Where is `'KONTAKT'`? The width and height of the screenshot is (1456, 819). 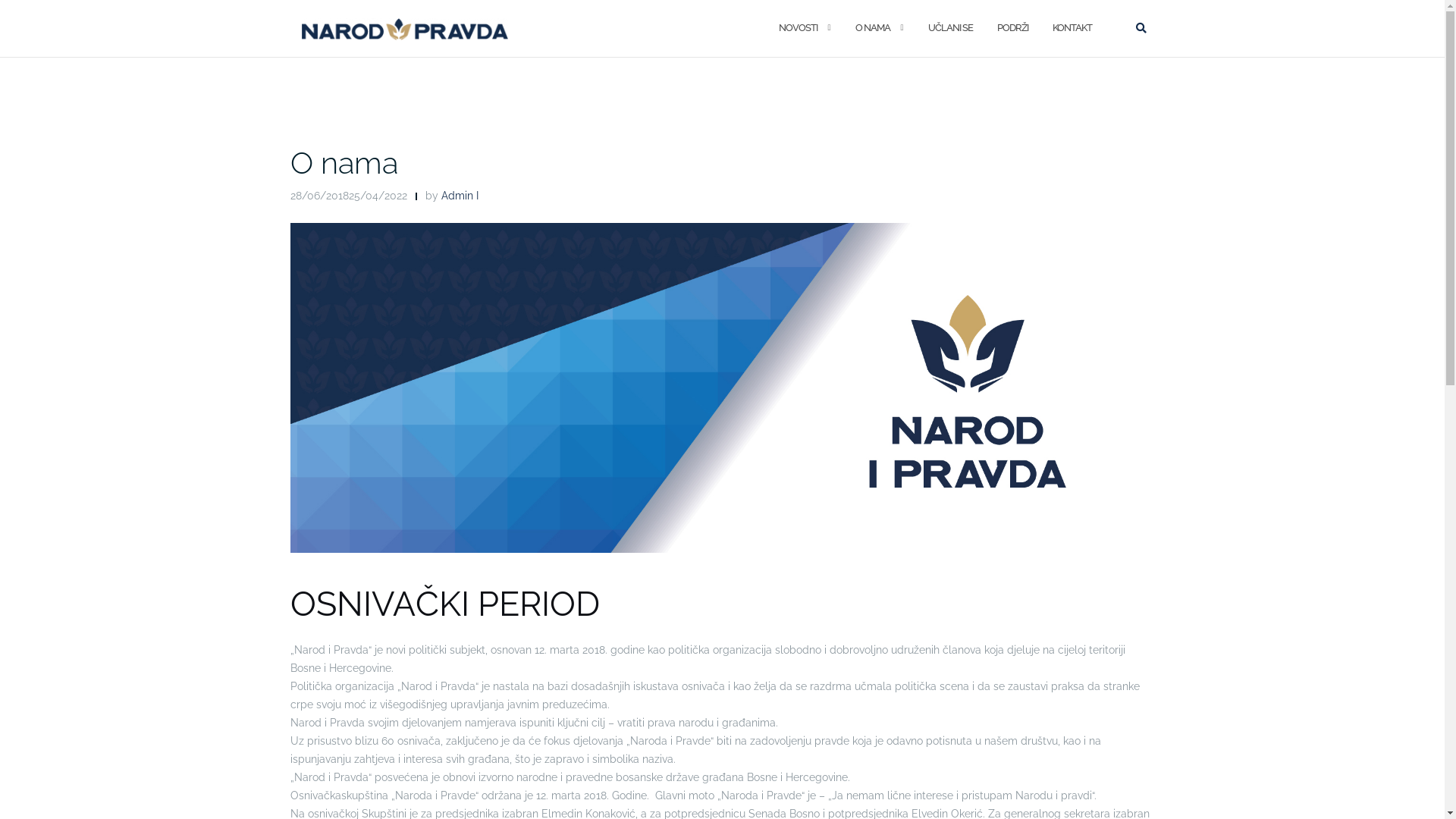 'KONTAKT' is located at coordinates (1051, 28).